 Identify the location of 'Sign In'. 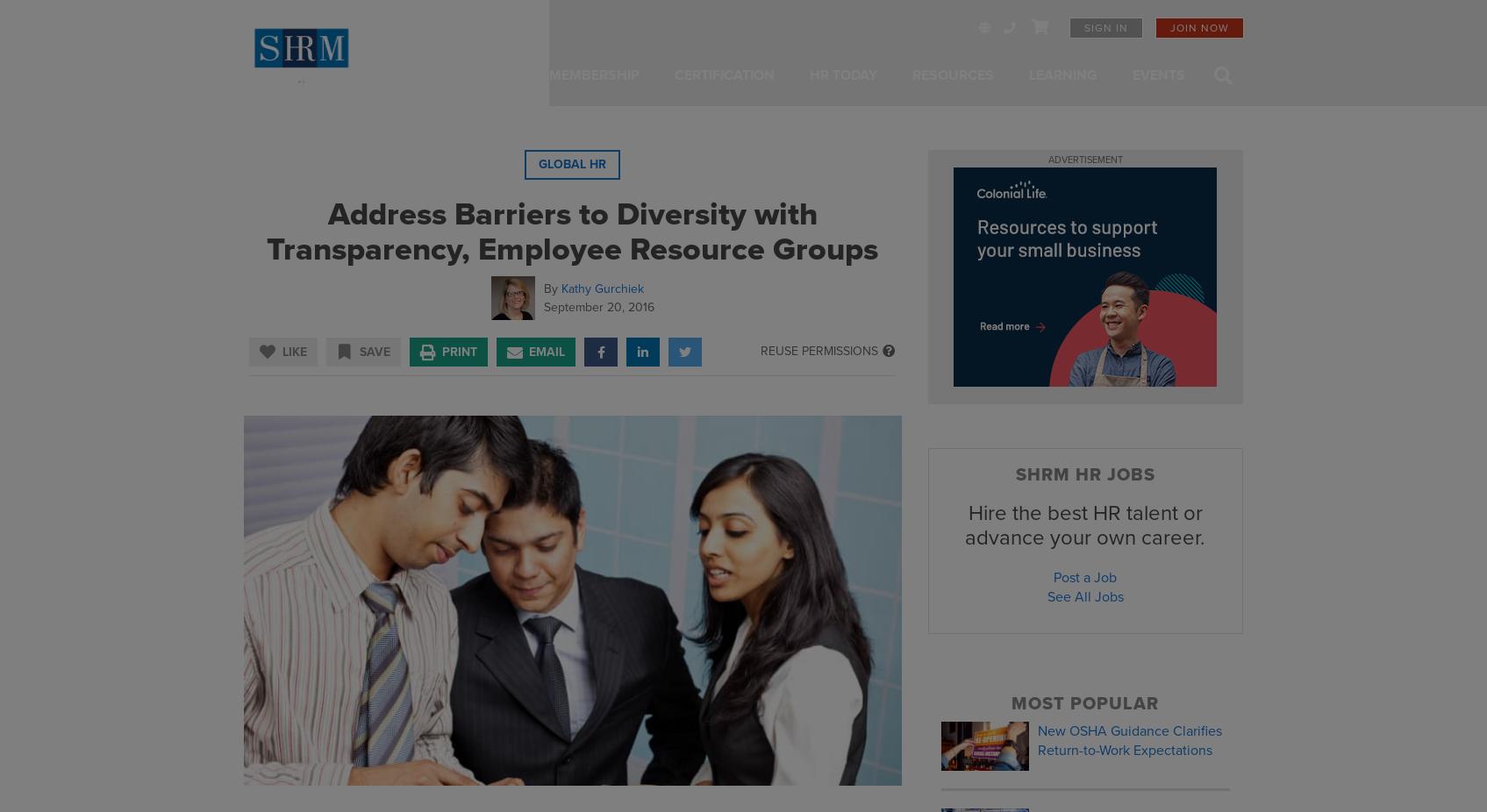
(1105, 27).